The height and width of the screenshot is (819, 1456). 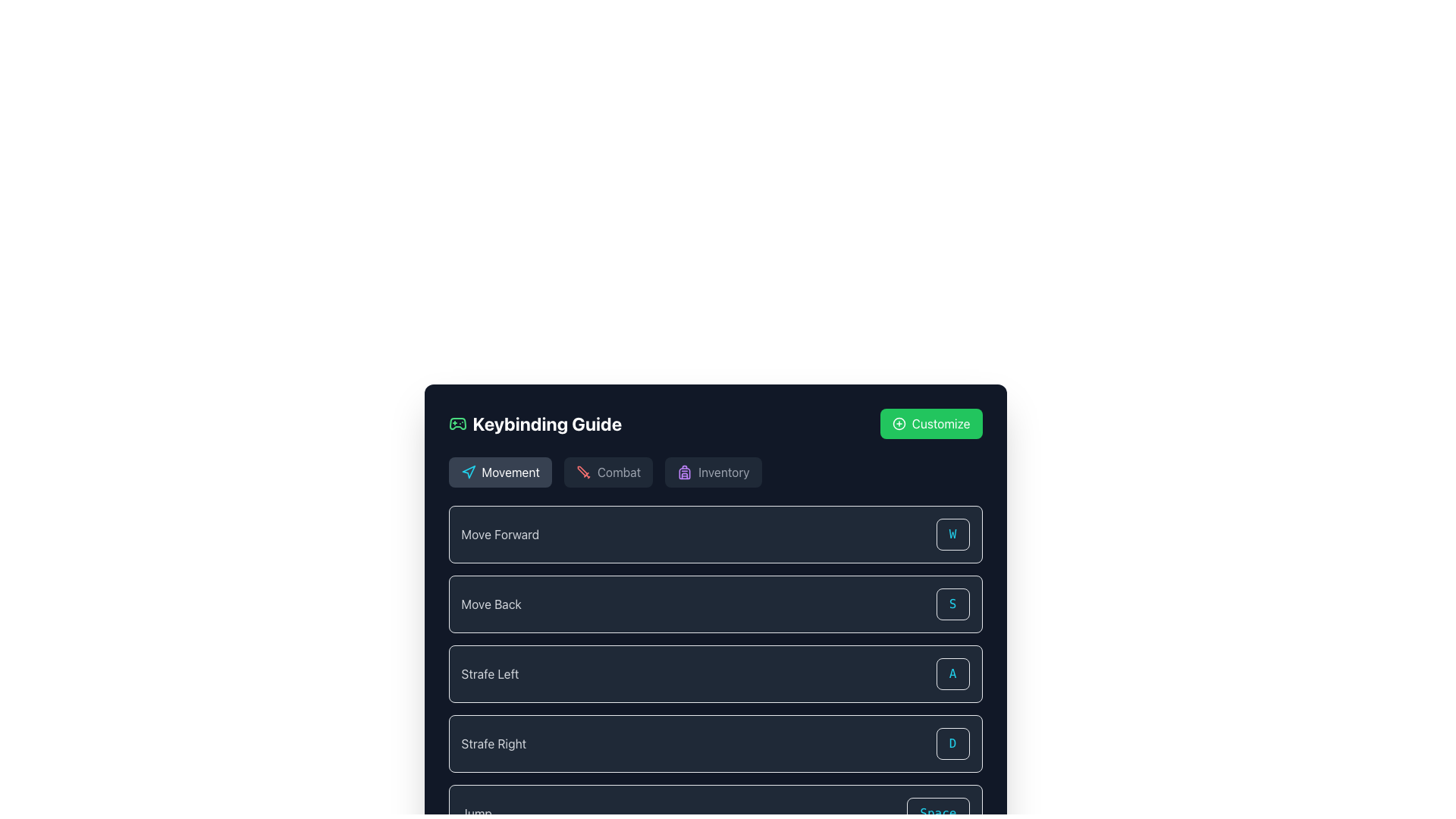 I want to click on the circular icon element located inside the highlighted 'Customize' button at the top right corner of the interface, so click(x=899, y=424).